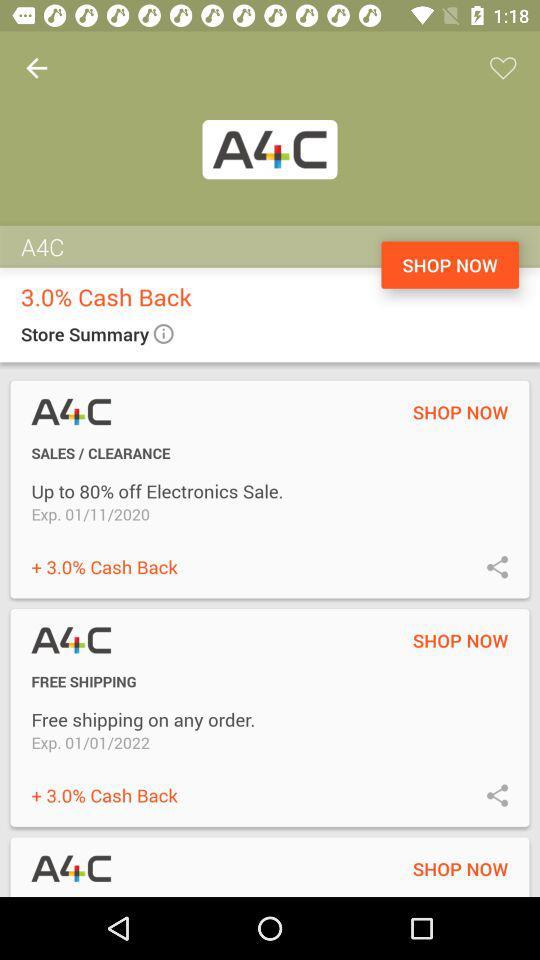 The height and width of the screenshot is (960, 540). Describe the element at coordinates (496, 566) in the screenshot. I see `share option` at that location.